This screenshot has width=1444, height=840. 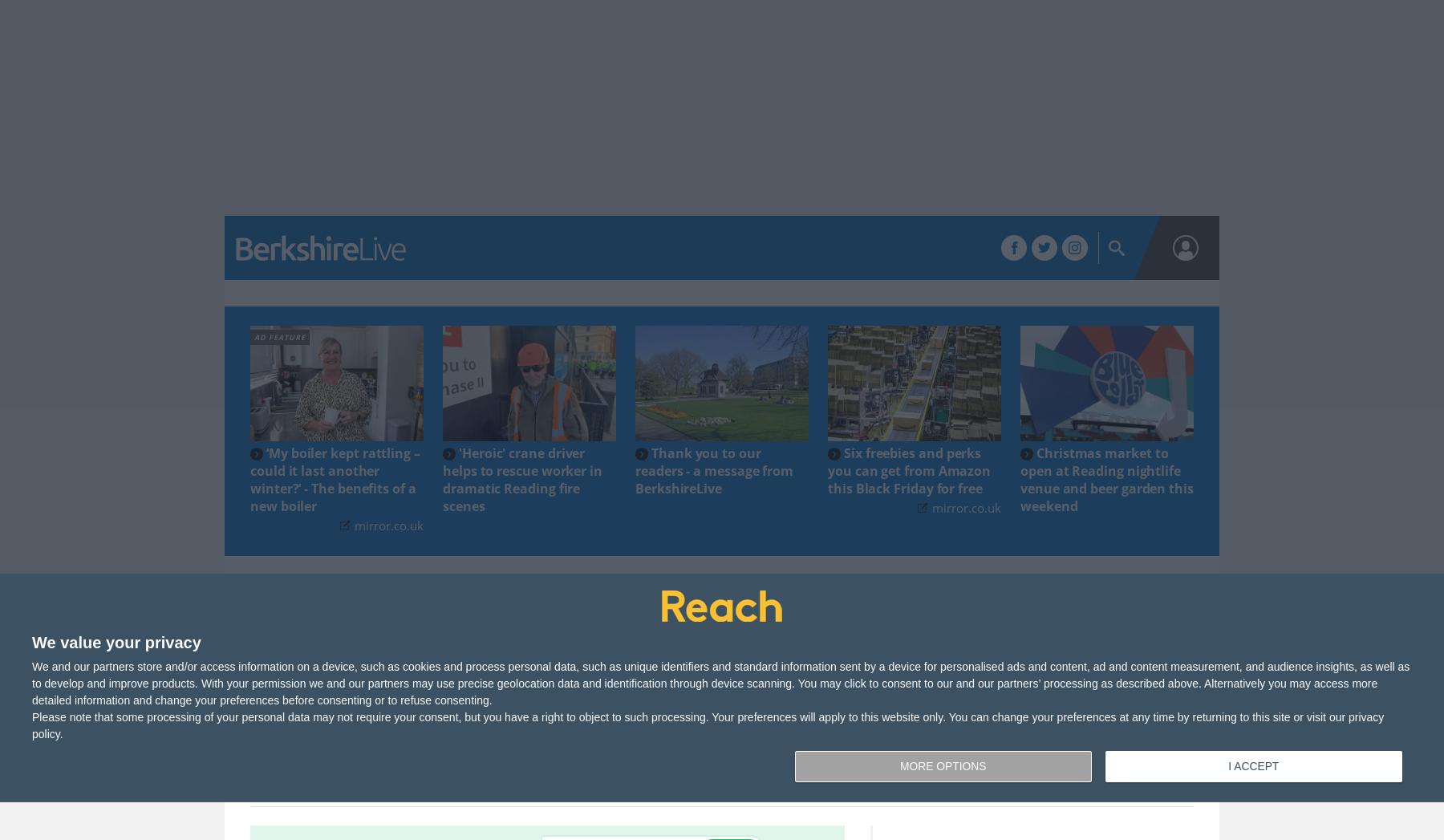 What do you see at coordinates (1105, 477) in the screenshot?
I see `'Christmas market to open at Reading nightlife venue and beer garden this weekend'` at bounding box center [1105, 477].